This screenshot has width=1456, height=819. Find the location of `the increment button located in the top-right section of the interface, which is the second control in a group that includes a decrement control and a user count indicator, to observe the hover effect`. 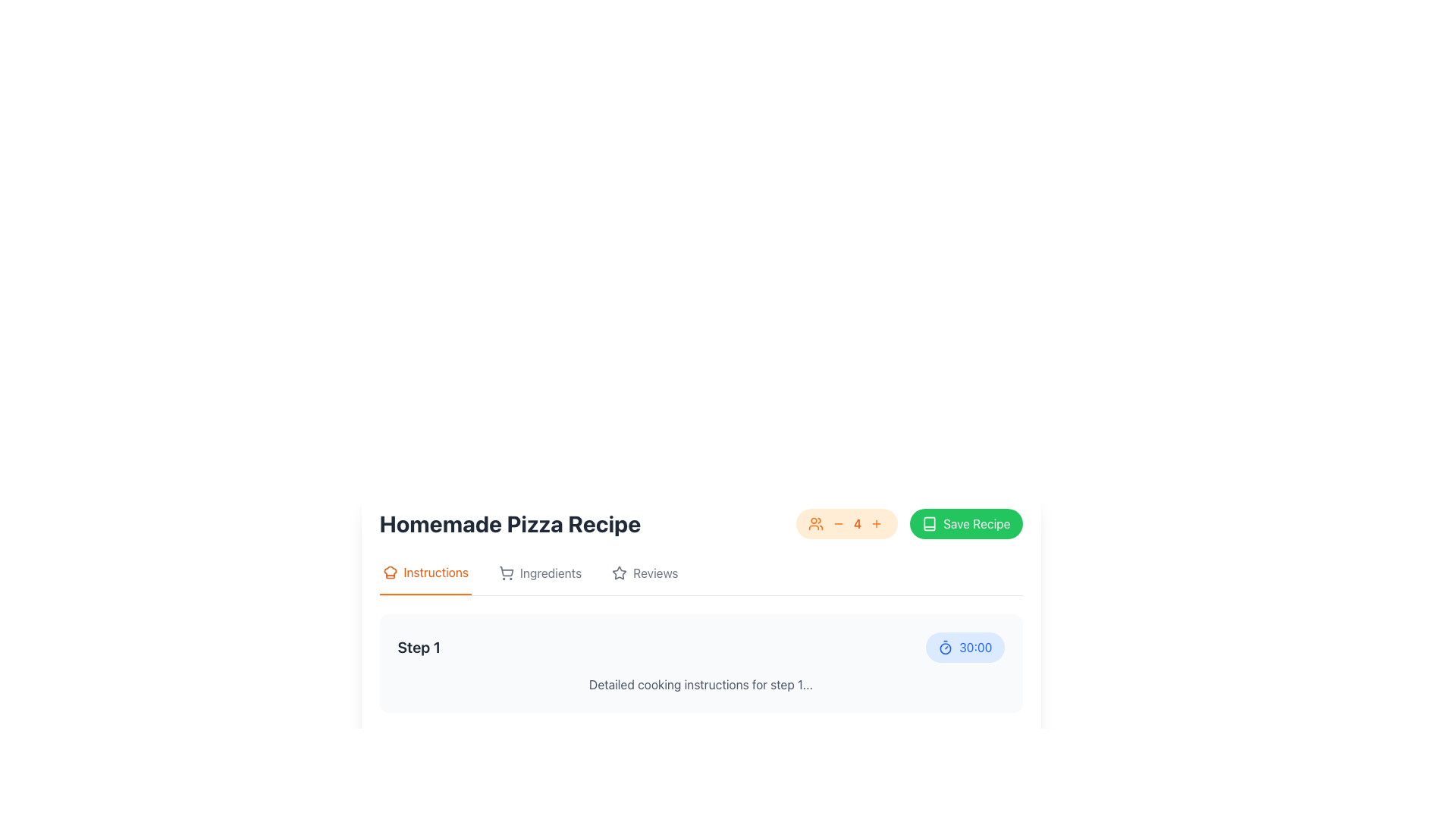

the increment button located in the top-right section of the interface, which is the second control in a group that includes a decrement control and a user count indicator, to observe the hover effect is located at coordinates (877, 522).